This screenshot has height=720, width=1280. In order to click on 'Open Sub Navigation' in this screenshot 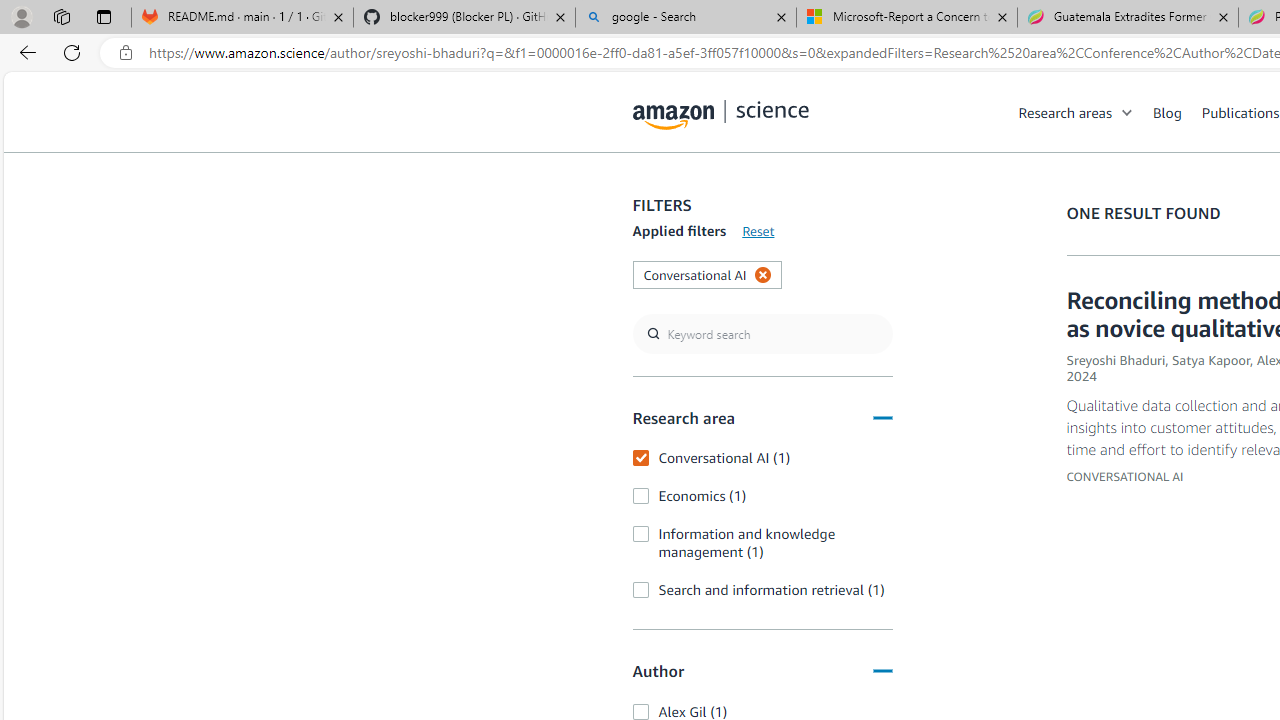, I will do `click(1128, 111)`.